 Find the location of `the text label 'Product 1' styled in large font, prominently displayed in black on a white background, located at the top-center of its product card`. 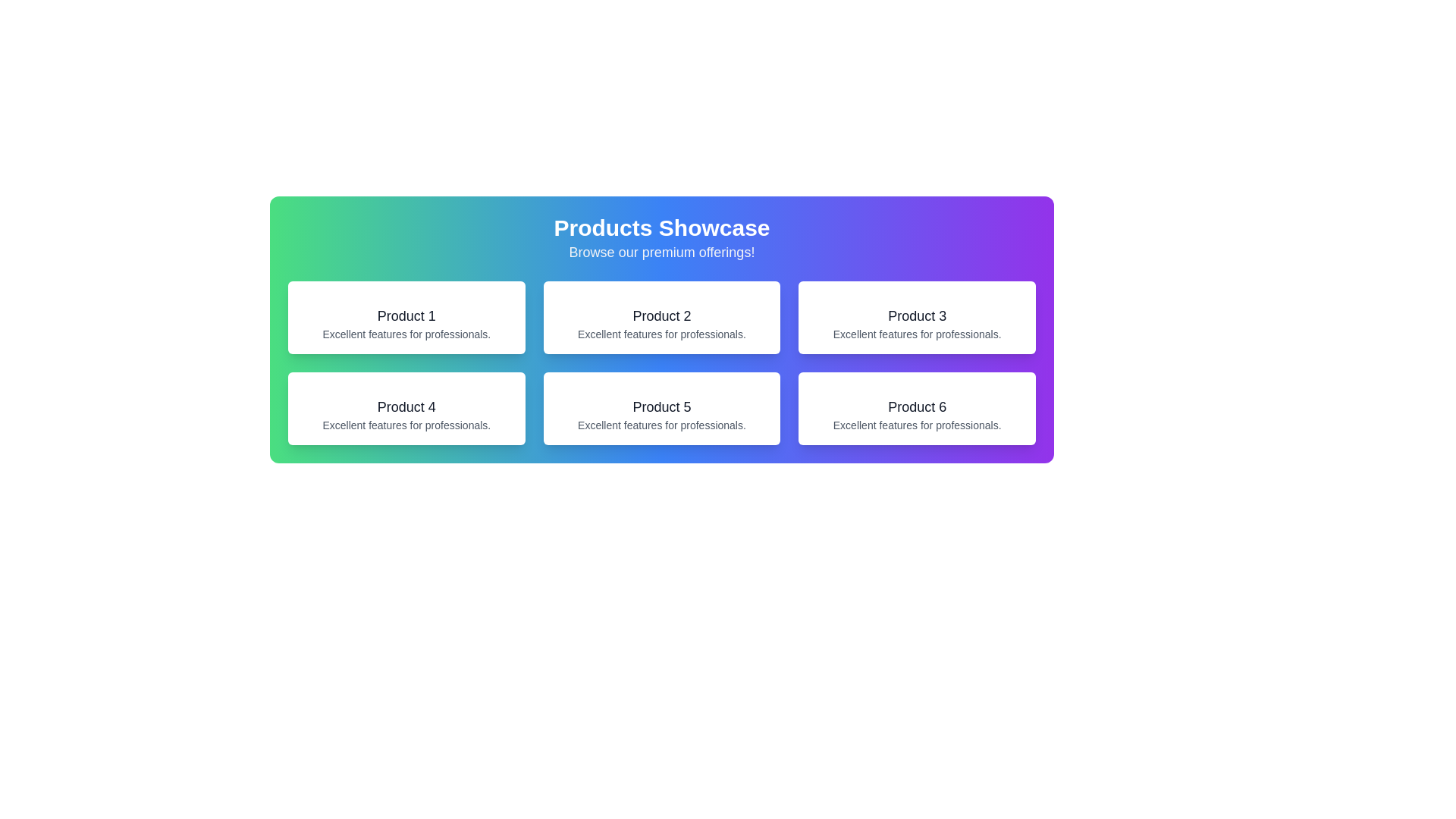

the text label 'Product 1' styled in large font, prominently displayed in black on a white background, located at the top-center of its product card is located at coordinates (406, 315).